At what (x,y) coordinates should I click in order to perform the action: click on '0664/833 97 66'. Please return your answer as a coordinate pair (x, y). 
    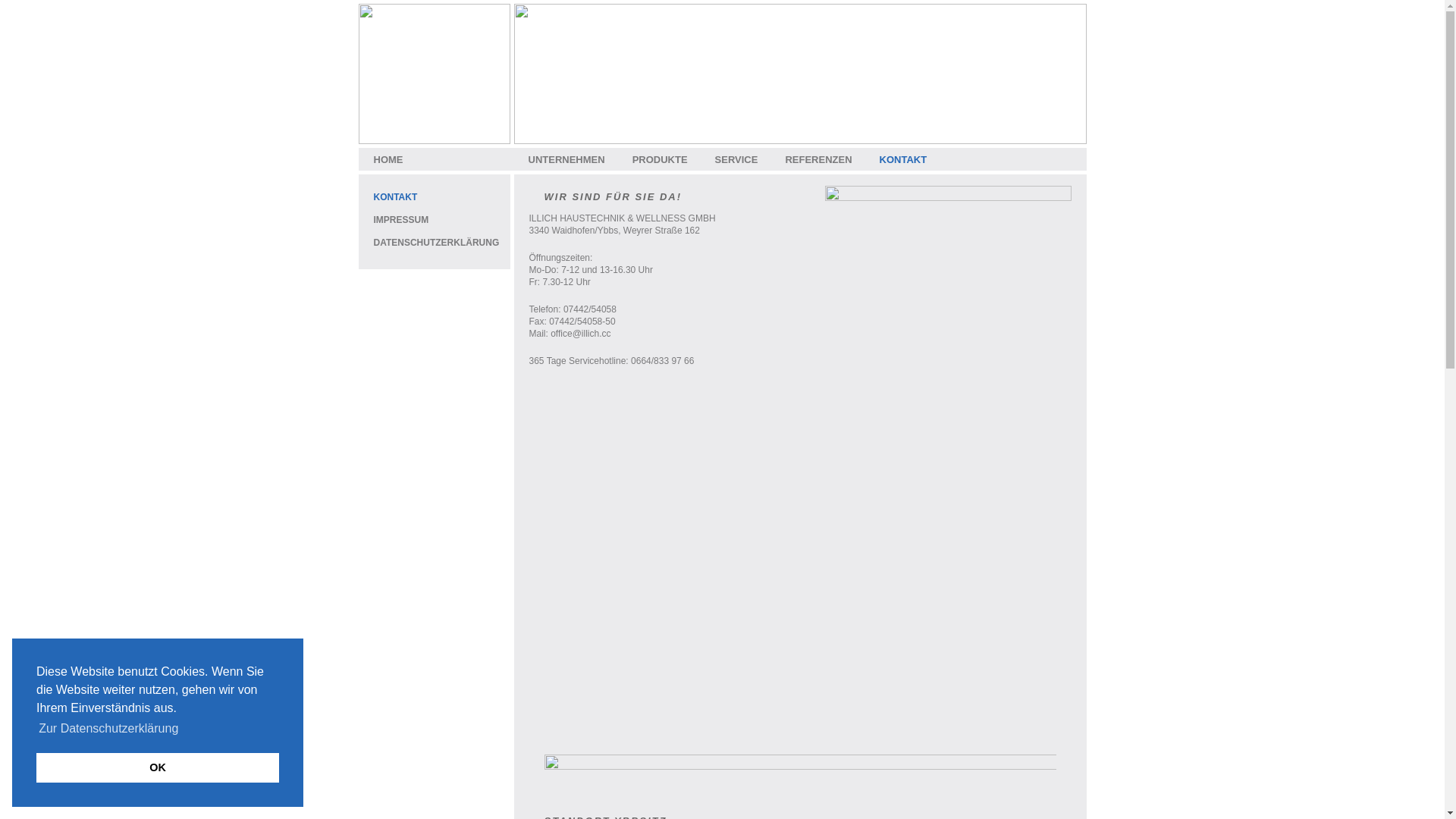
    Looking at the image, I should click on (662, 360).